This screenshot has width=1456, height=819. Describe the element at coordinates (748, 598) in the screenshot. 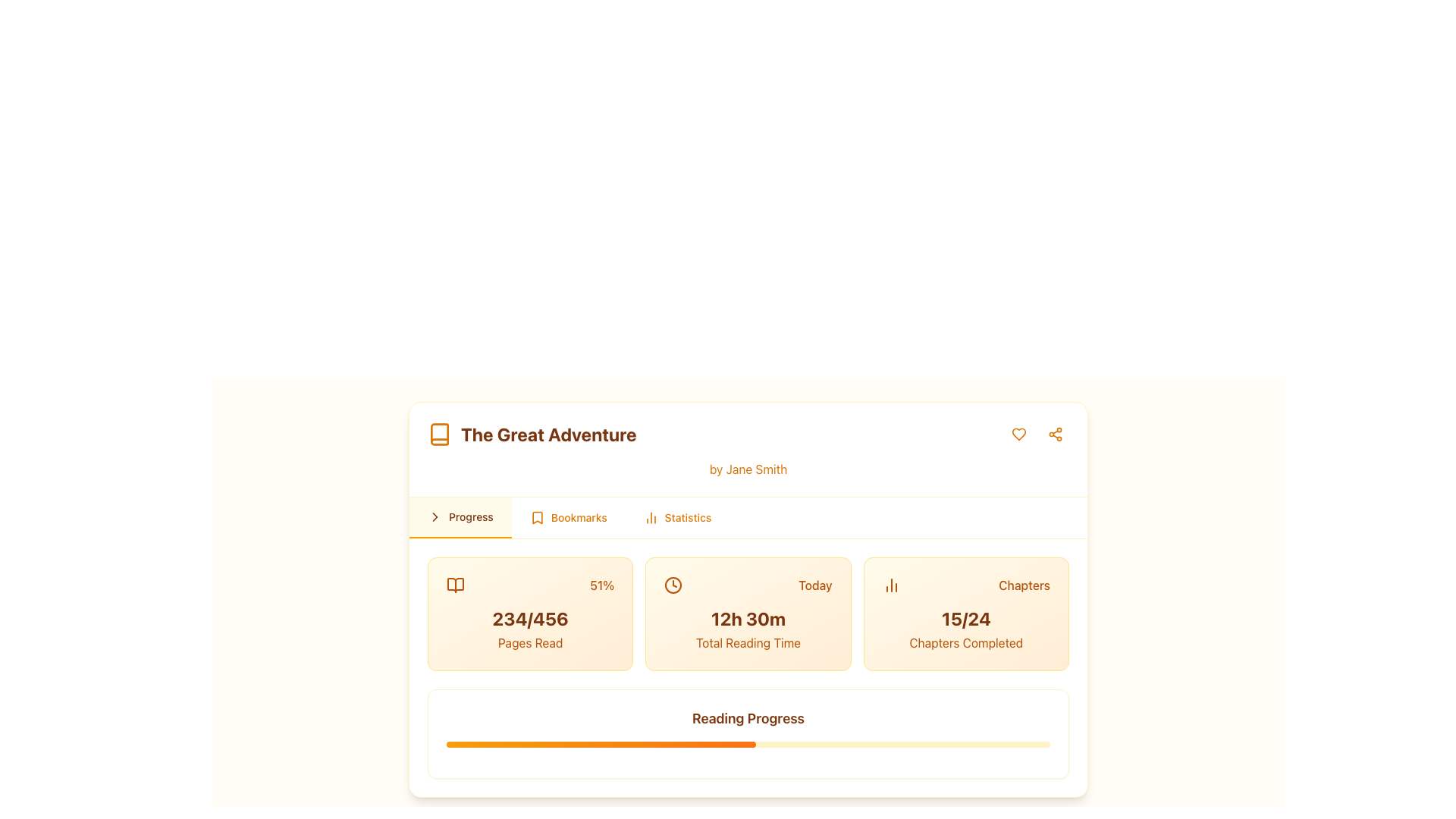

I see `the tabs in the card component displaying information about 'The Great Adventure' by Jane Smith` at that location.